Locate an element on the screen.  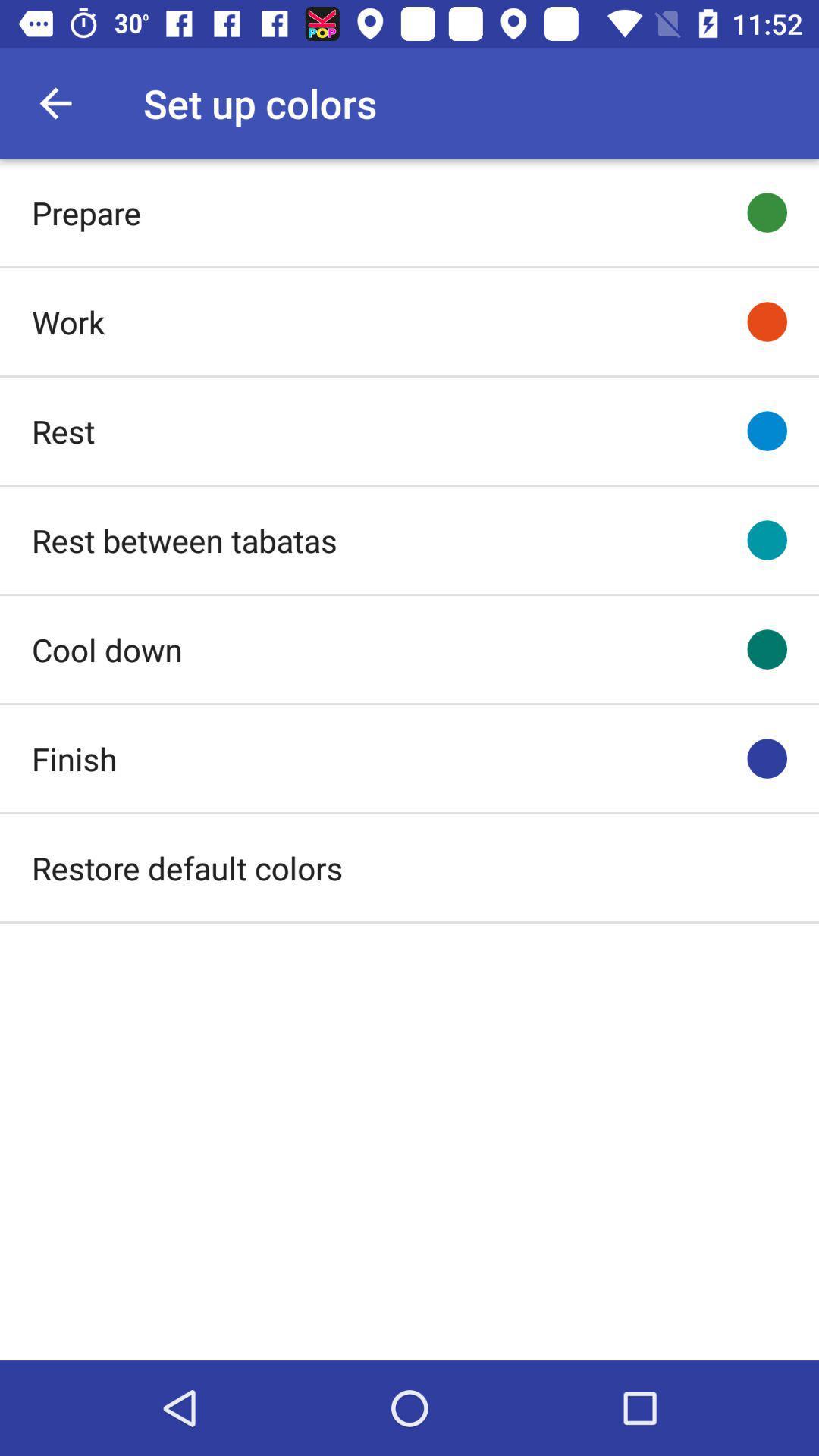
icon above rest icon is located at coordinates (67, 321).